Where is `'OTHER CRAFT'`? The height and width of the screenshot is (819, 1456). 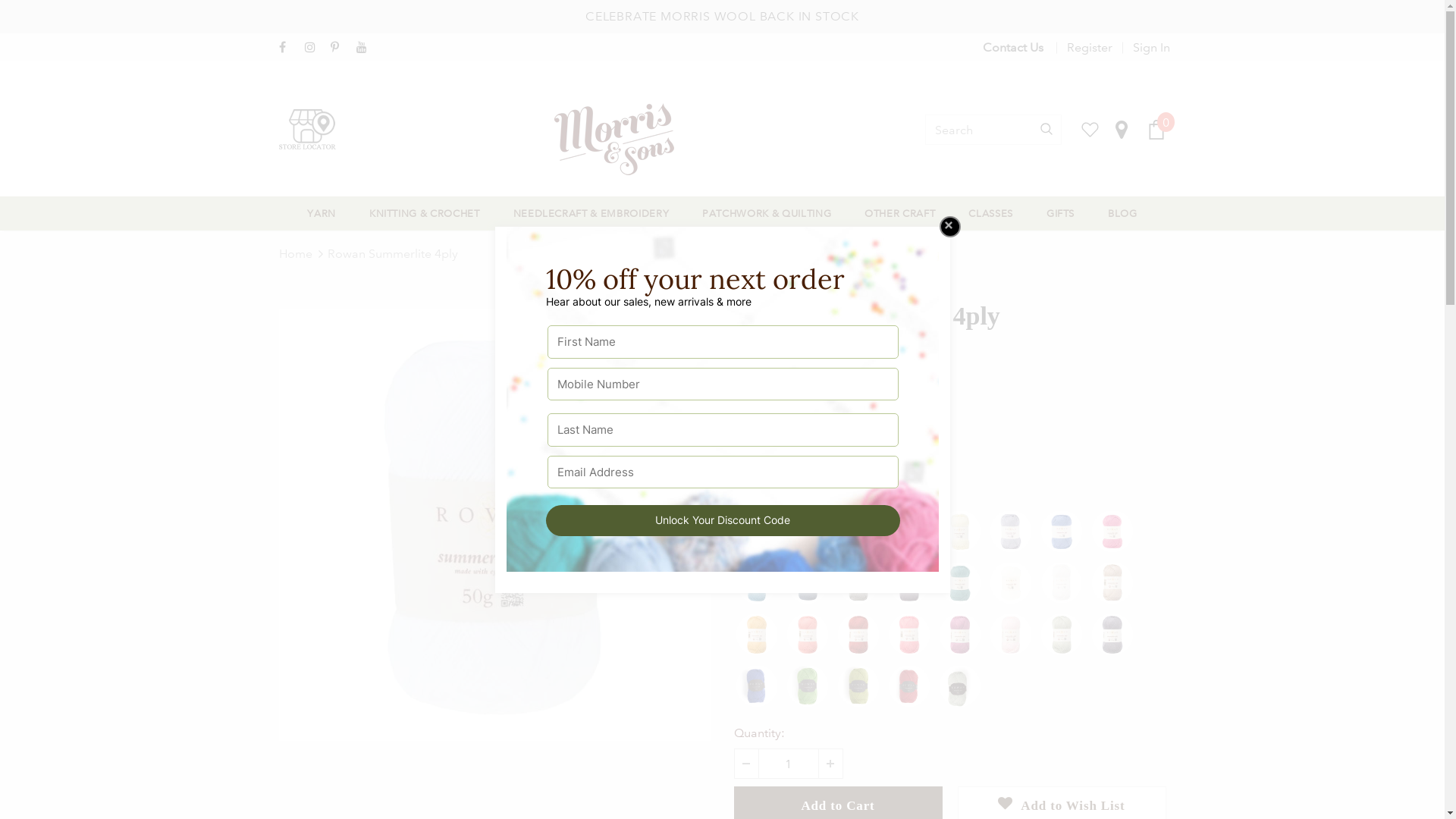
'OTHER CRAFT' is located at coordinates (899, 213).